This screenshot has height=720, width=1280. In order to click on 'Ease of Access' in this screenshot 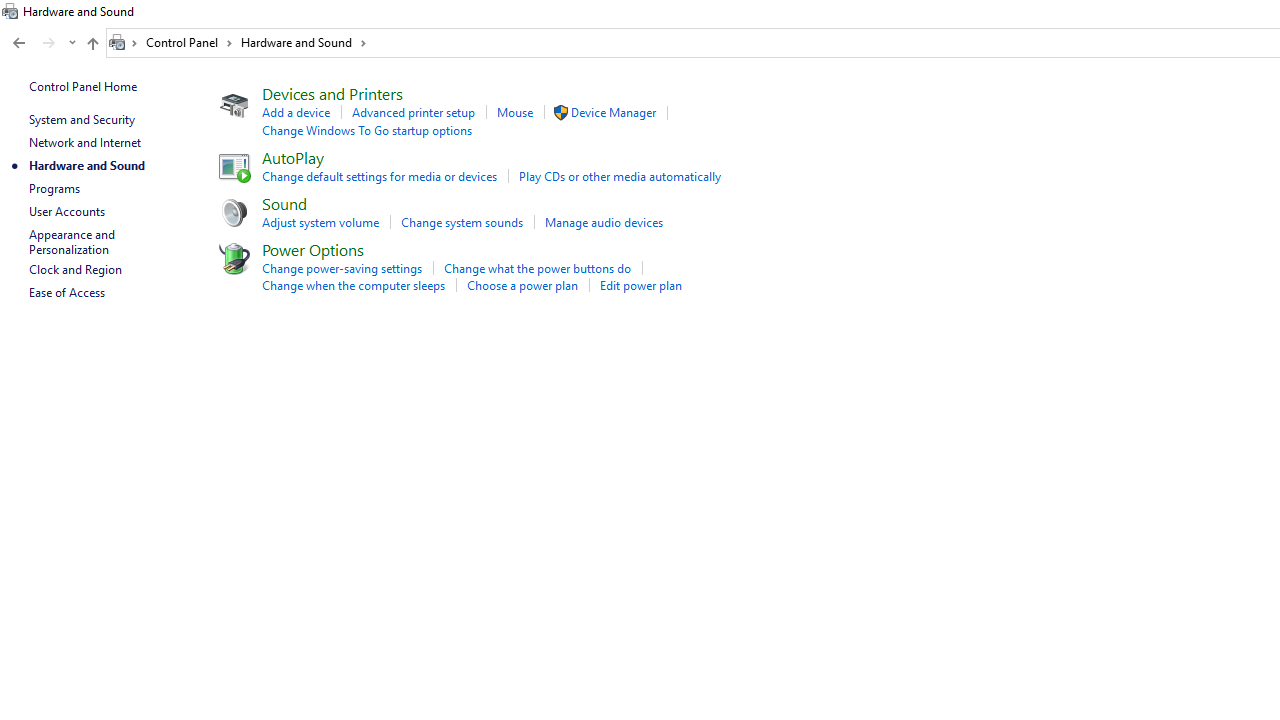, I will do `click(67, 292)`.